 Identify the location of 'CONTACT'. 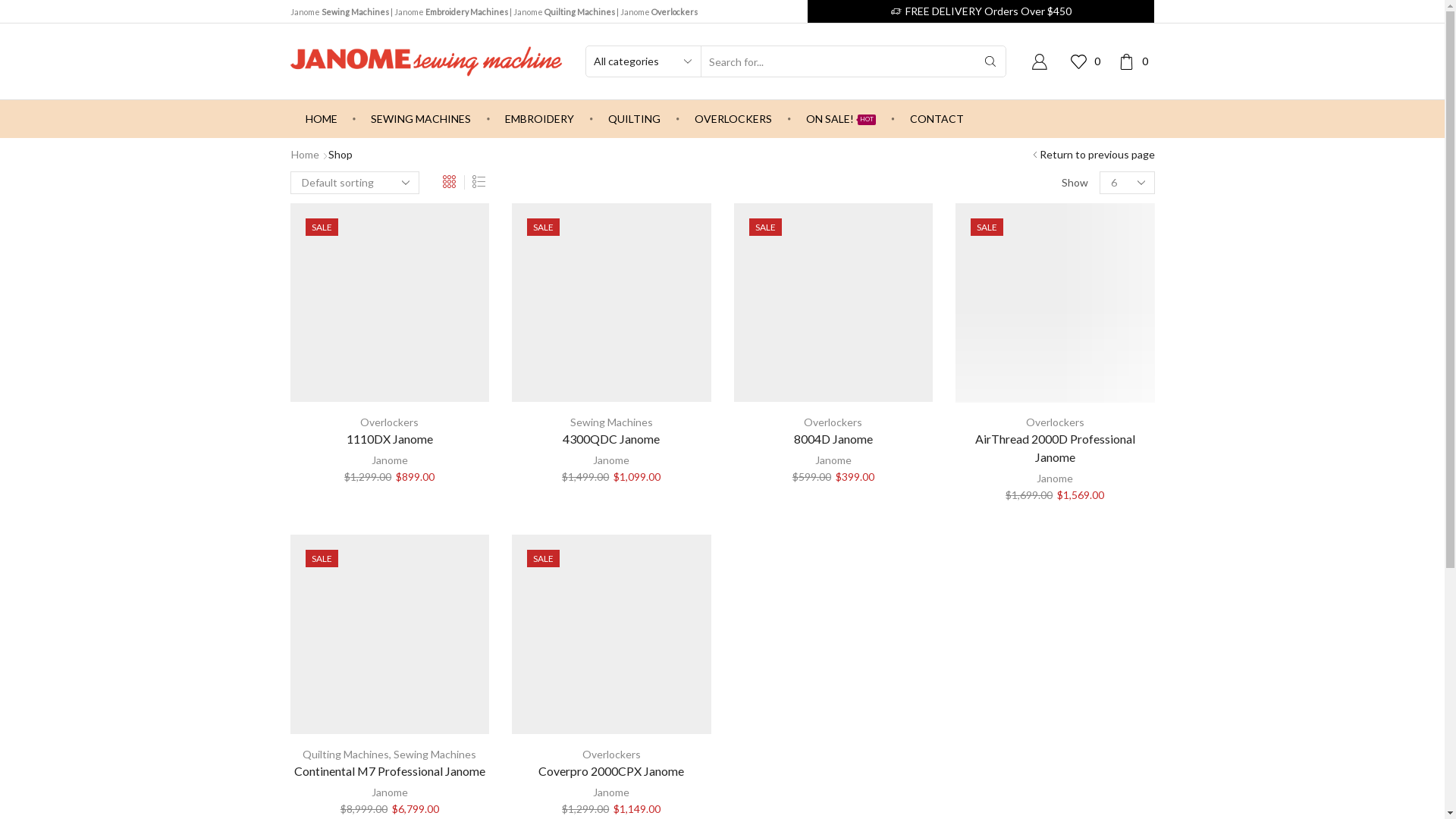
(936, 118).